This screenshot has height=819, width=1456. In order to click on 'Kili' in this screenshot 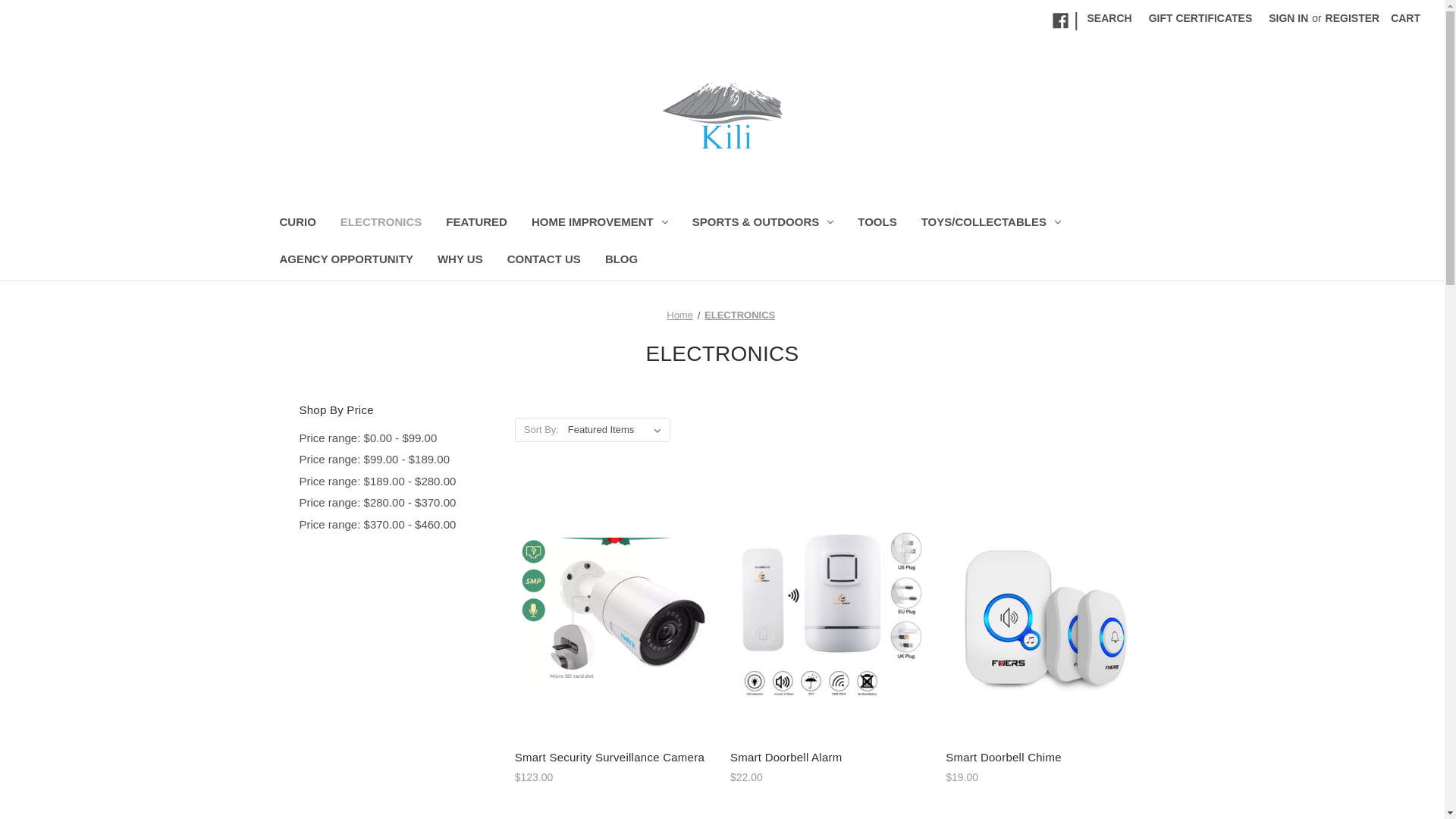, I will do `click(722, 119)`.